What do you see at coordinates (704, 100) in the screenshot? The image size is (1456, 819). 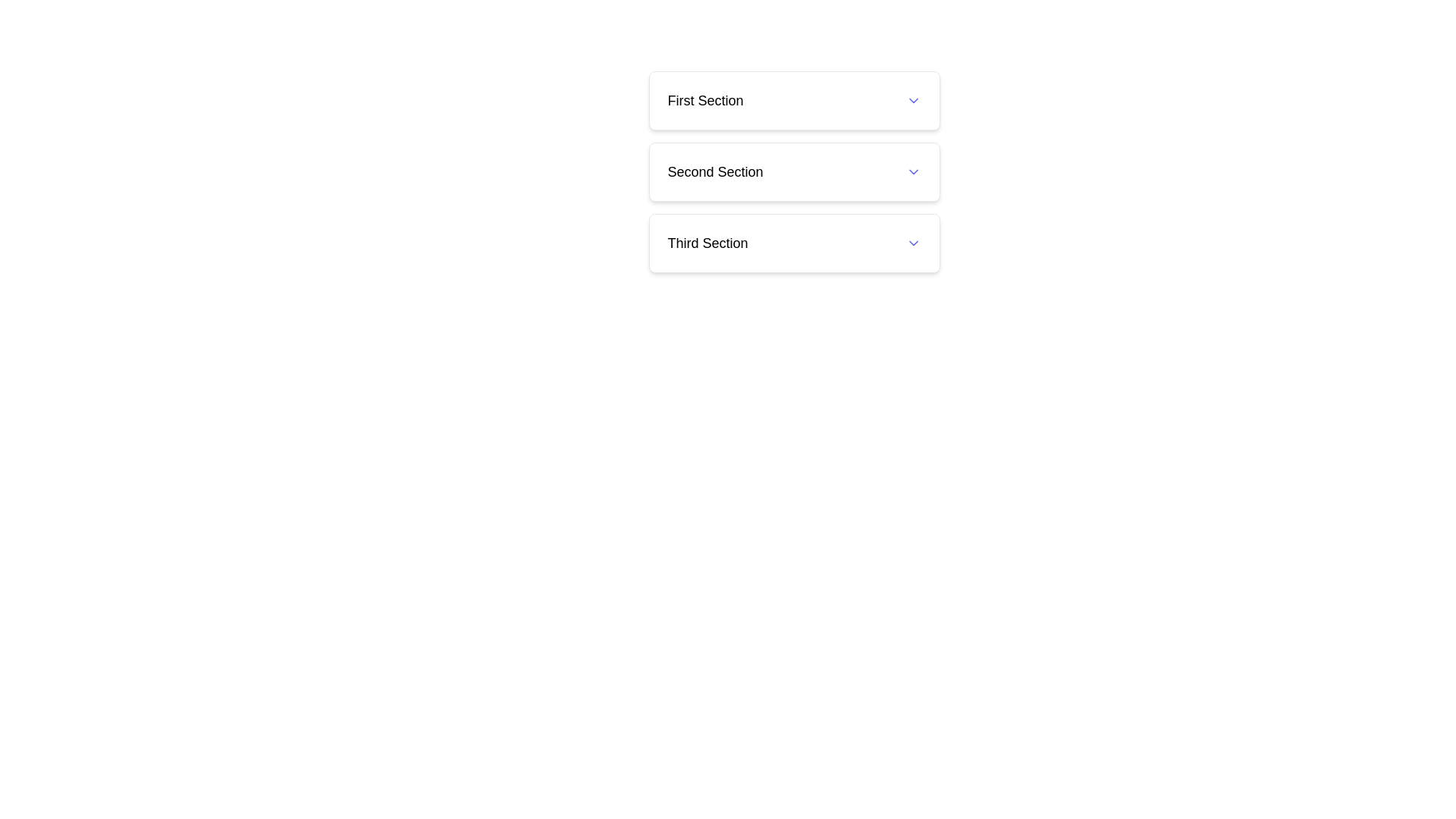 I see `displayed text of the 'First Section' label, which is a bold medium-sized text block located at the top of a vertical list` at bounding box center [704, 100].